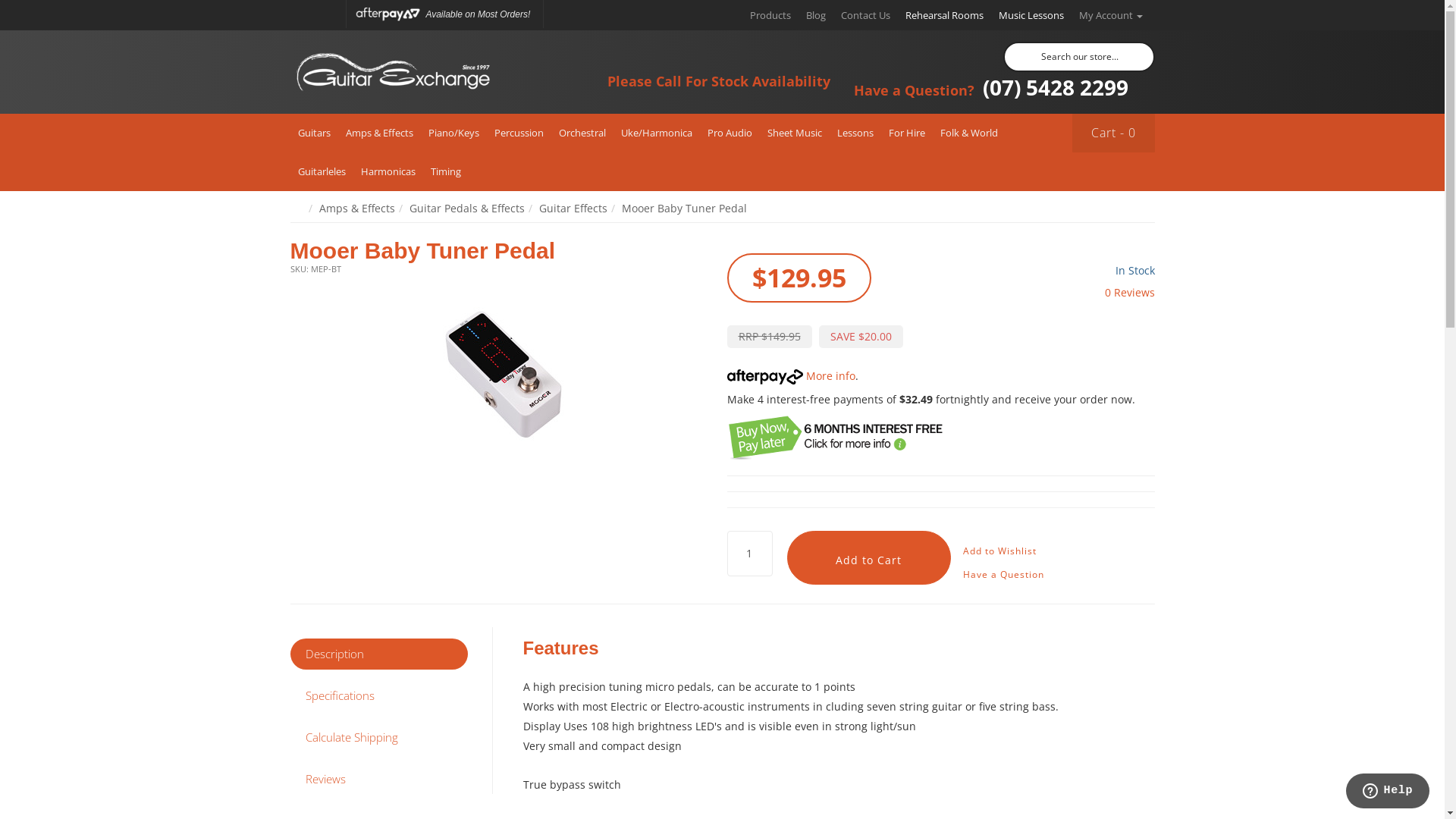 This screenshot has height=819, width=1456. I want to click on 'Guitar Exchange', so click(392, 72).